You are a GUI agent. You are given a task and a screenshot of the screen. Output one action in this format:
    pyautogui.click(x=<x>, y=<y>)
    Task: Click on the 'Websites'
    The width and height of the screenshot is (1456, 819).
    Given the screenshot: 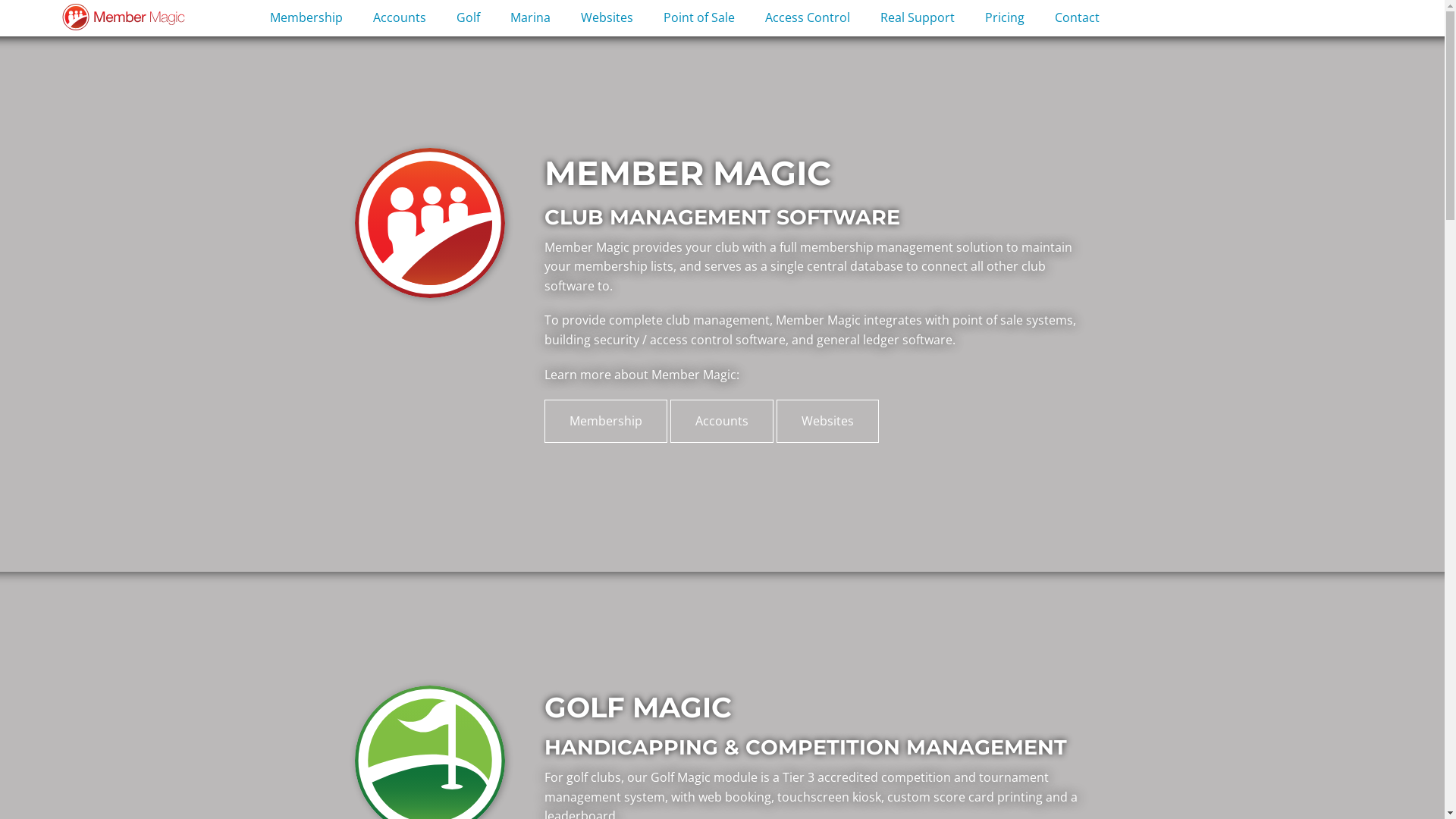 What is the action you would take?
    pyautogui.click(x=607, y=18)
    